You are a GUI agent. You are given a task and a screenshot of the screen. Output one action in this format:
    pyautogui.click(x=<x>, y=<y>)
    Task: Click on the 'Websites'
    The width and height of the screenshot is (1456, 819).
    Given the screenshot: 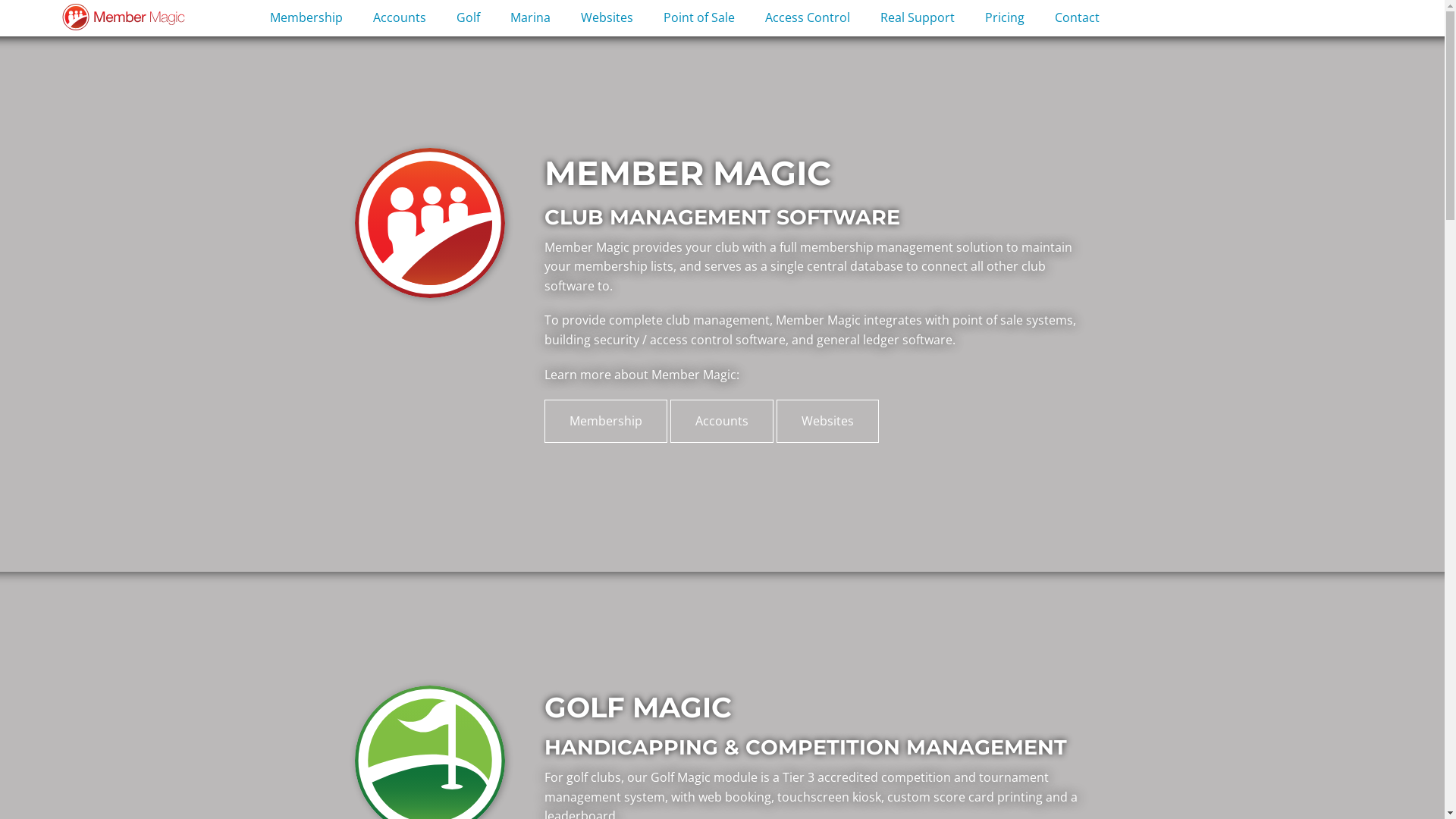 What is the action you would take?
    pyautogui.click(x=607, y=18)
    